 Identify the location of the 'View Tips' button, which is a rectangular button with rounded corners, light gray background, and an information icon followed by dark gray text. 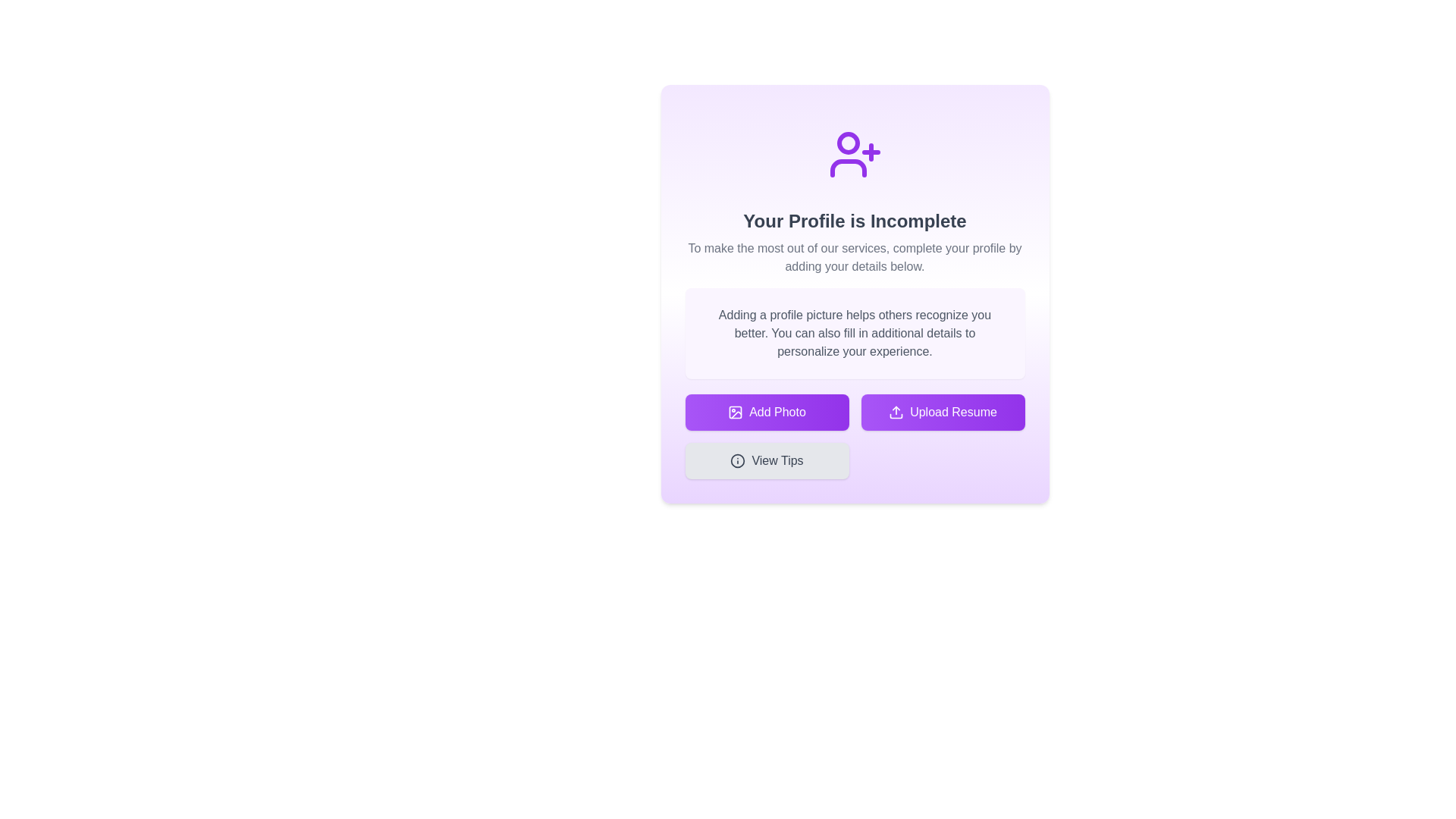
(767, 460).